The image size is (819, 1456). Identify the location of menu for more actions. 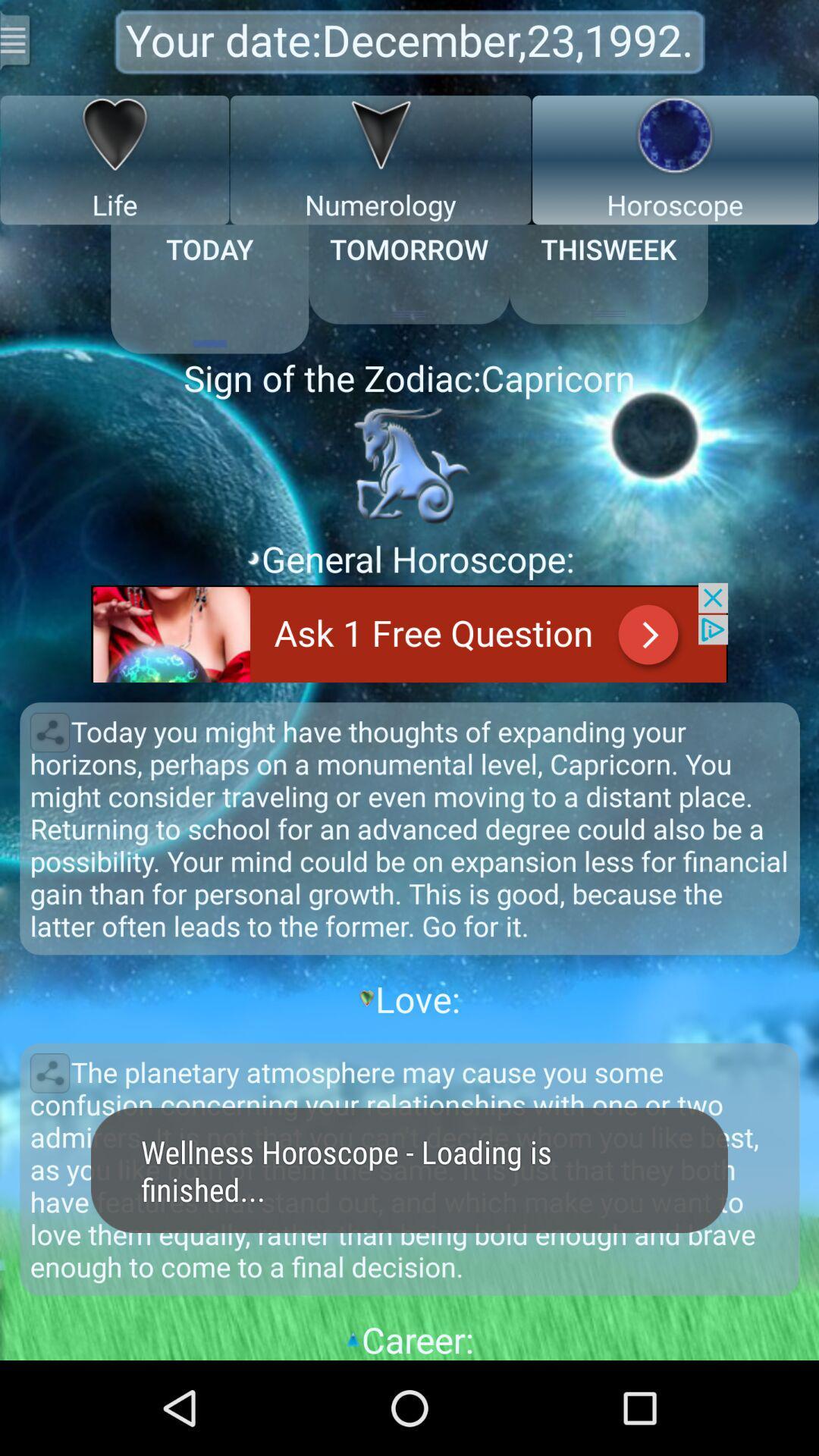
(17, 39).